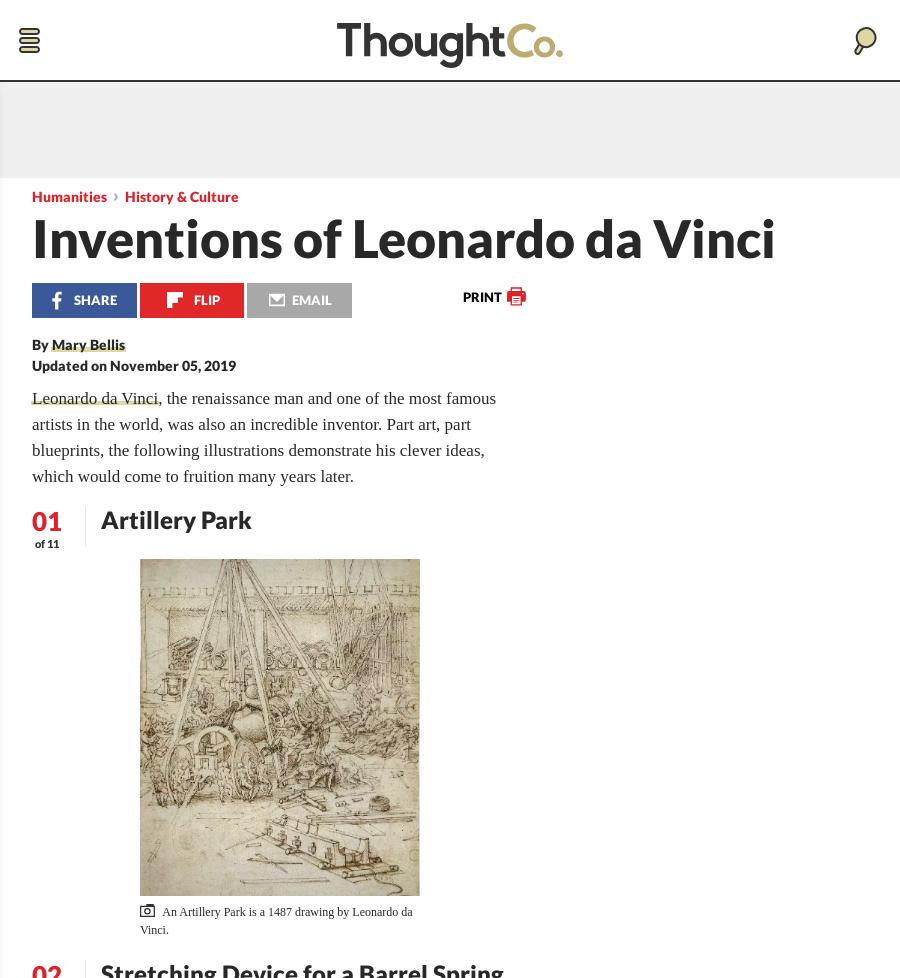 The height and width of the screenshot is (978, 900). I want to click on 'Humanities', so click(68, 196).